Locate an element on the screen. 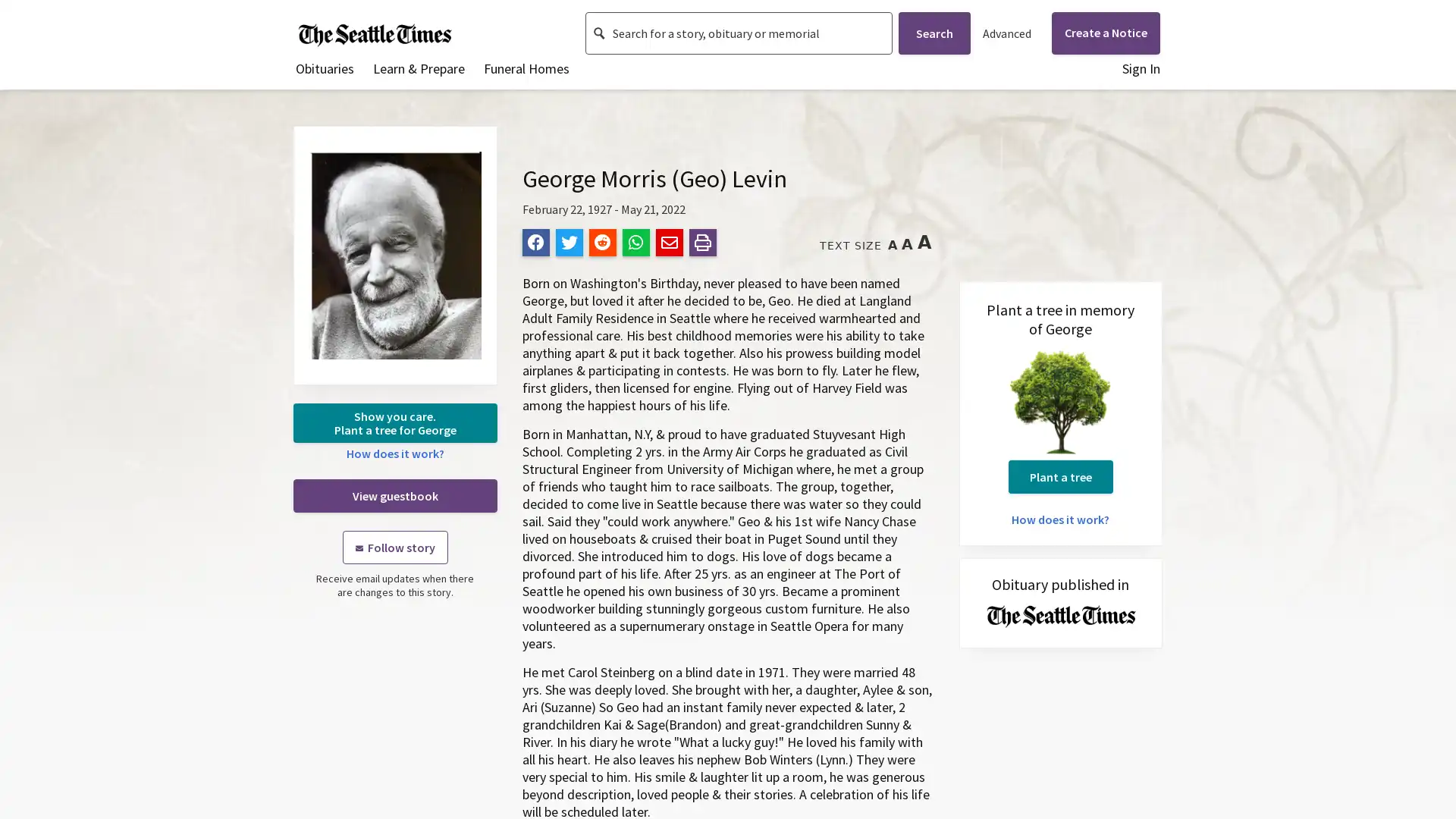 This screenshot has width=1456, height=819. Email this page is located at coordinates (668, 242).